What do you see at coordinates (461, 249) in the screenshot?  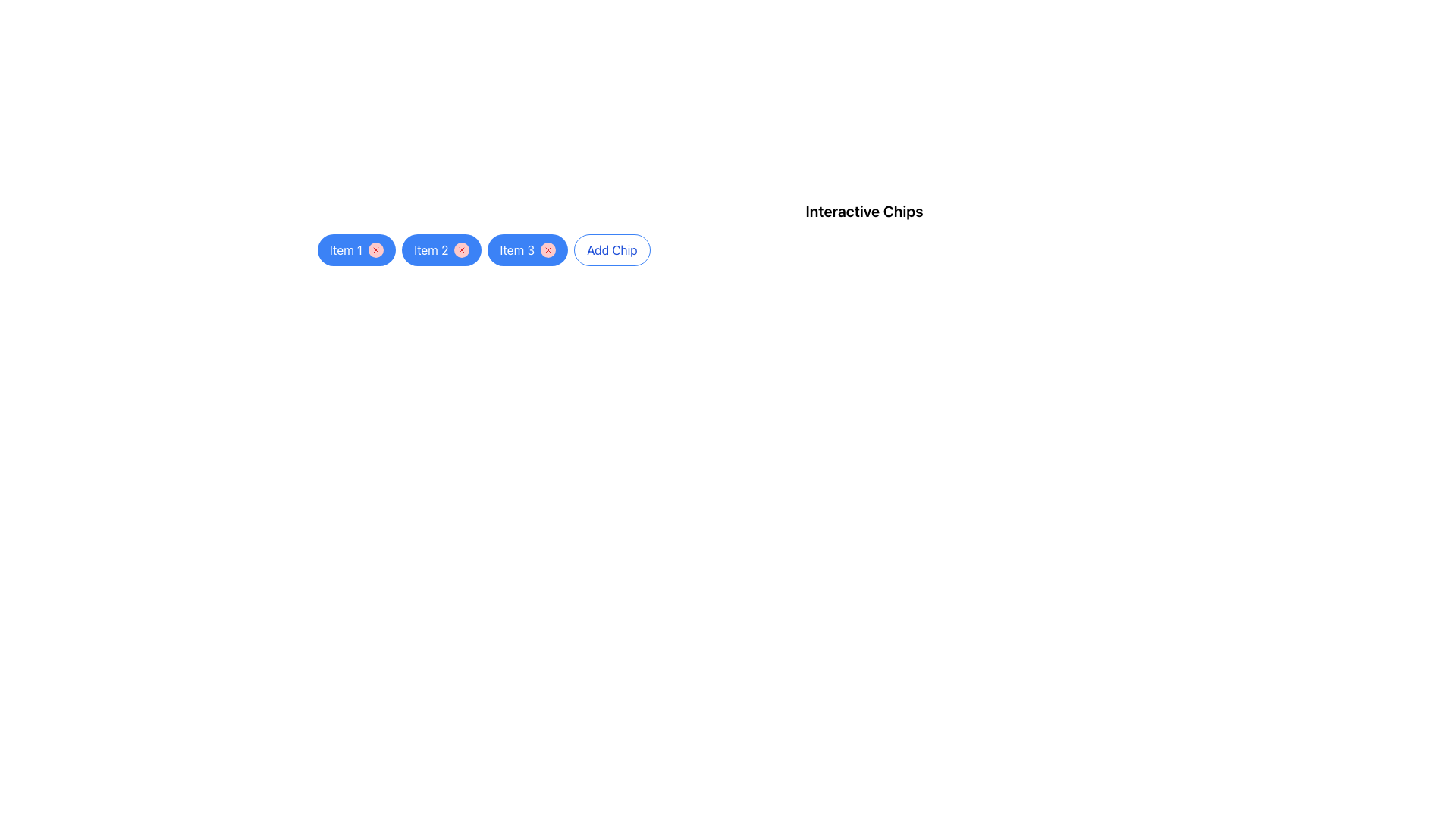 I see `the small circular button with a light red background and a darker red 'X' icon, located near the right edge of the blue-colored chip marked 'Item 2'` at bounding box center [461, 249].